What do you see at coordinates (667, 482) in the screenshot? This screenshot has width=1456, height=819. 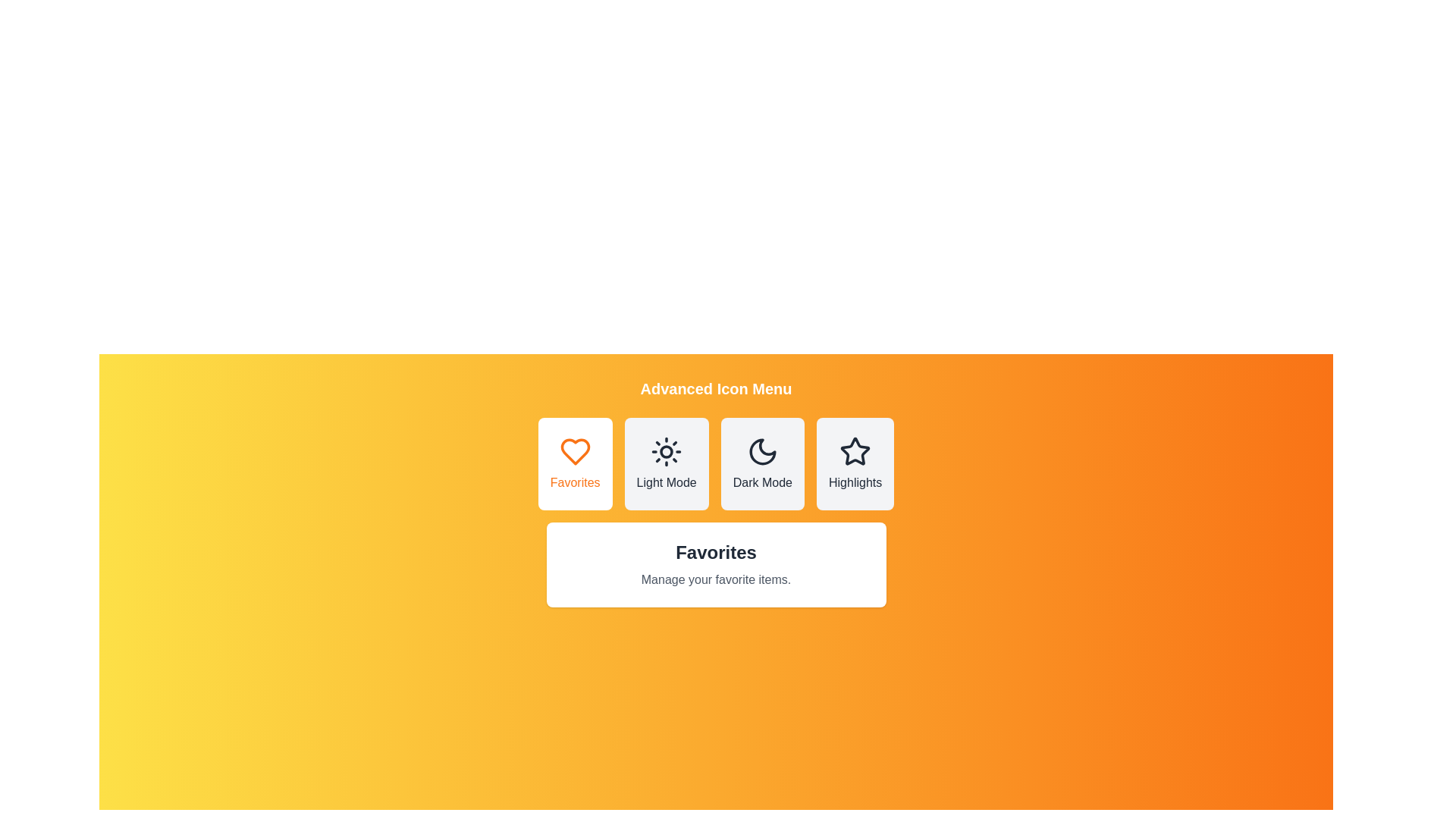 I see `text label displaying 'Light Mode' located within the button-like component in the Advanced Icon Menu` at bounding box center [667, 482].